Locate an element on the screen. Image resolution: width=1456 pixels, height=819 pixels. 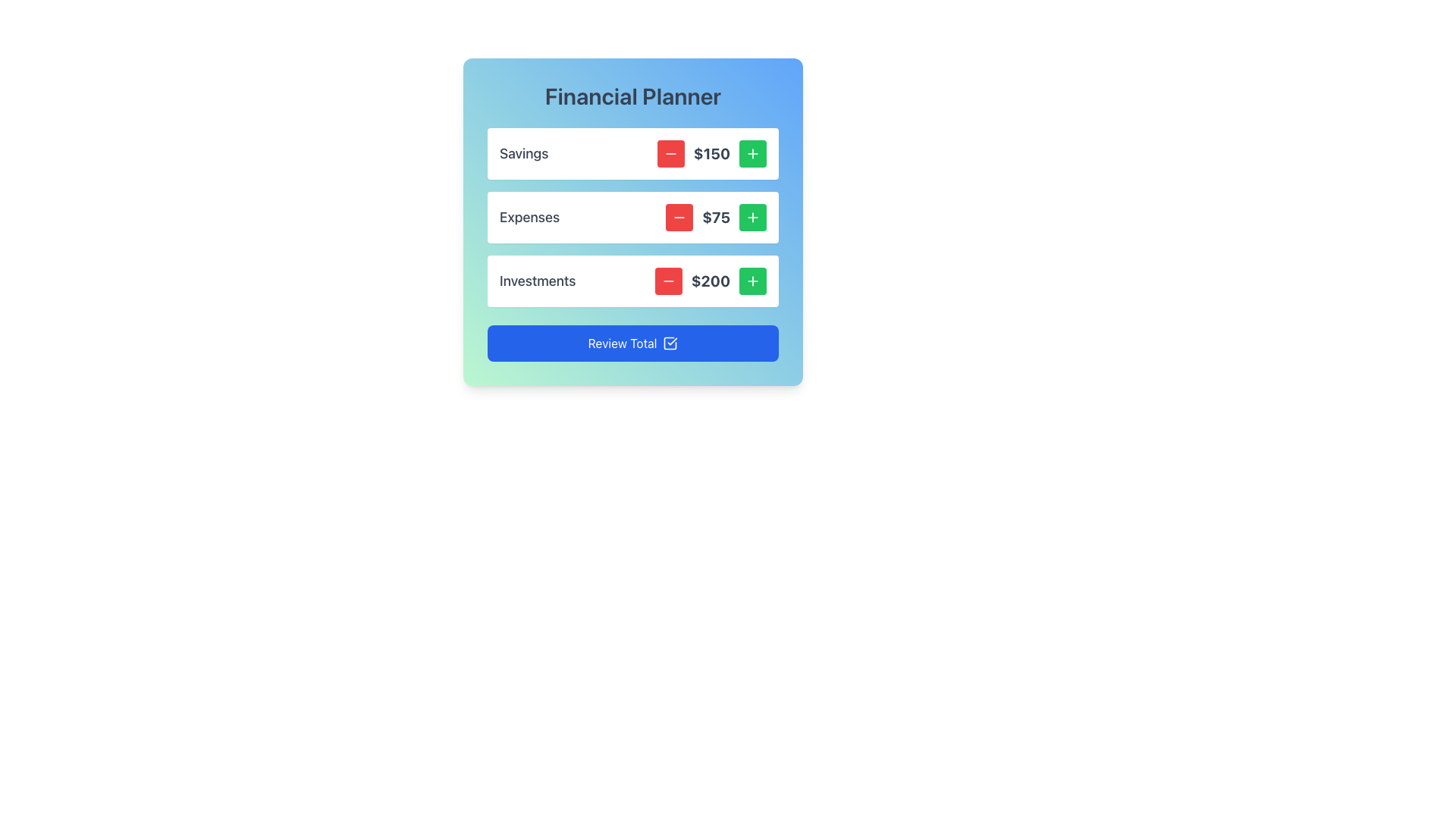
the button that increments a value, located to the far right of the '$150' Savings row, adjacent to a red button is located at coordinates (753, 154).